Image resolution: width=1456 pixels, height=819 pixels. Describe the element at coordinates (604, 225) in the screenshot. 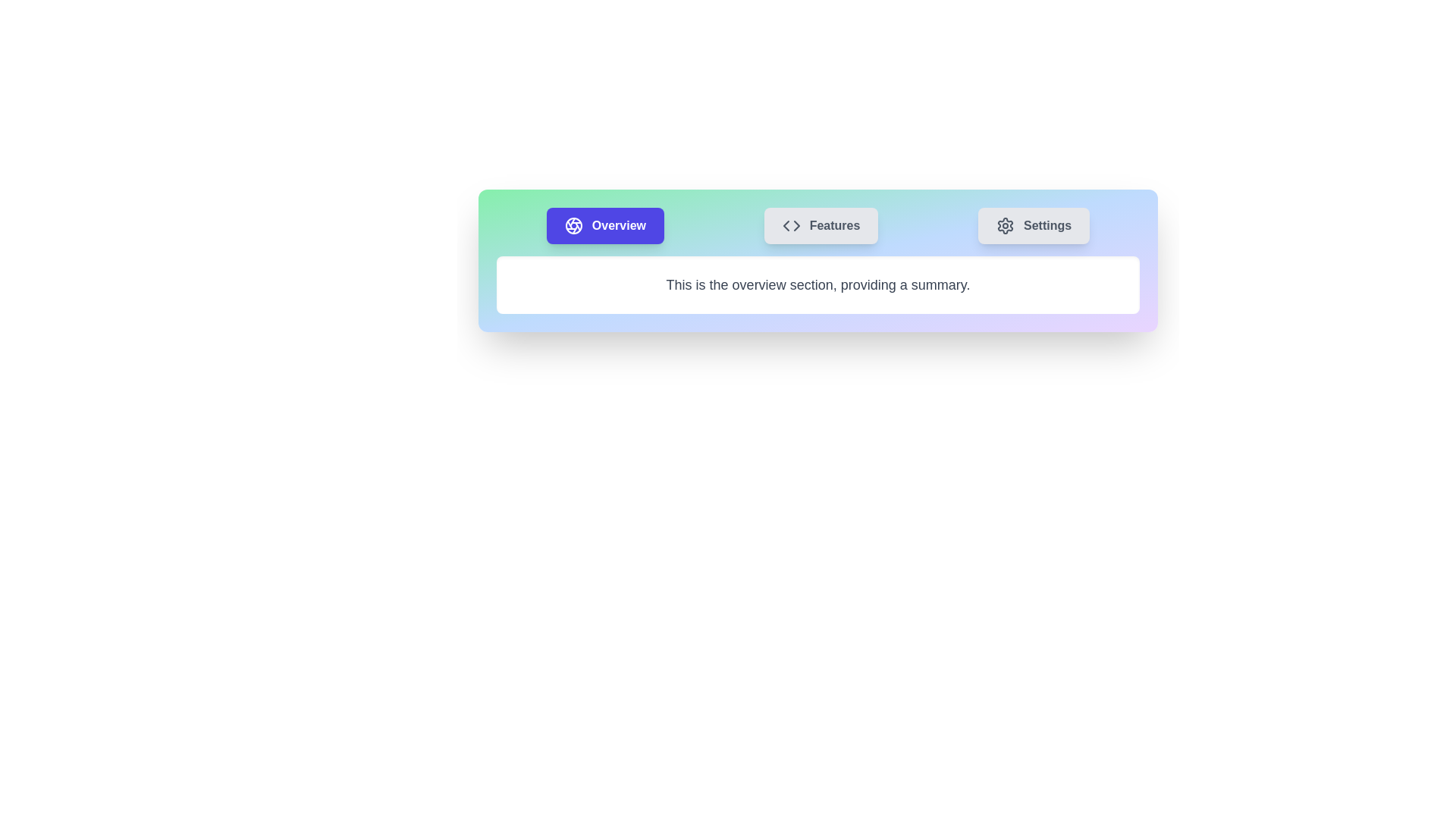

I see `the tab labeled Overview to view its content` at that location.